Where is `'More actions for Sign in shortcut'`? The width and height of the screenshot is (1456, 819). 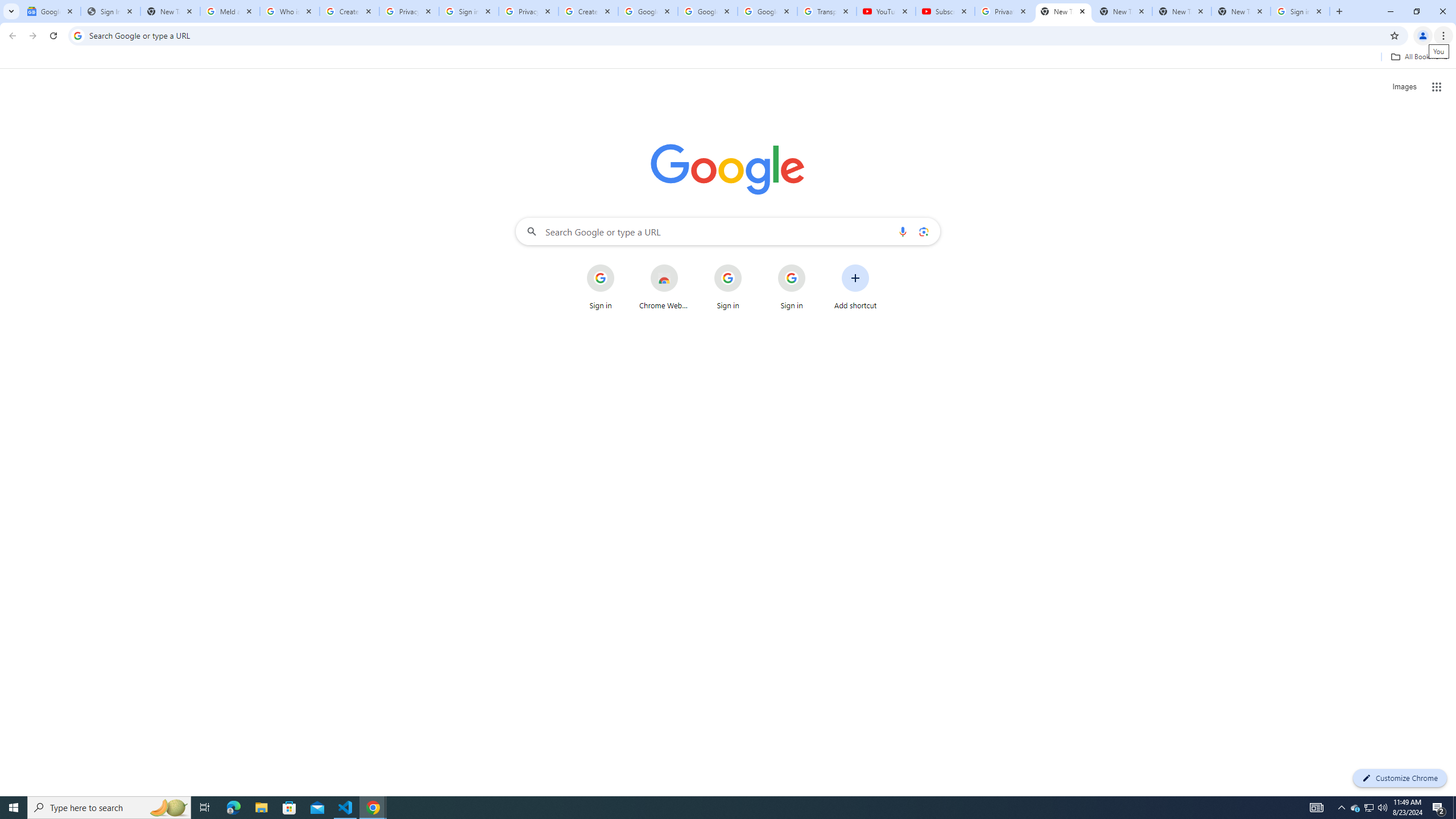
'More actions for Sign in shortcut' is located at coordinates (814, 266).